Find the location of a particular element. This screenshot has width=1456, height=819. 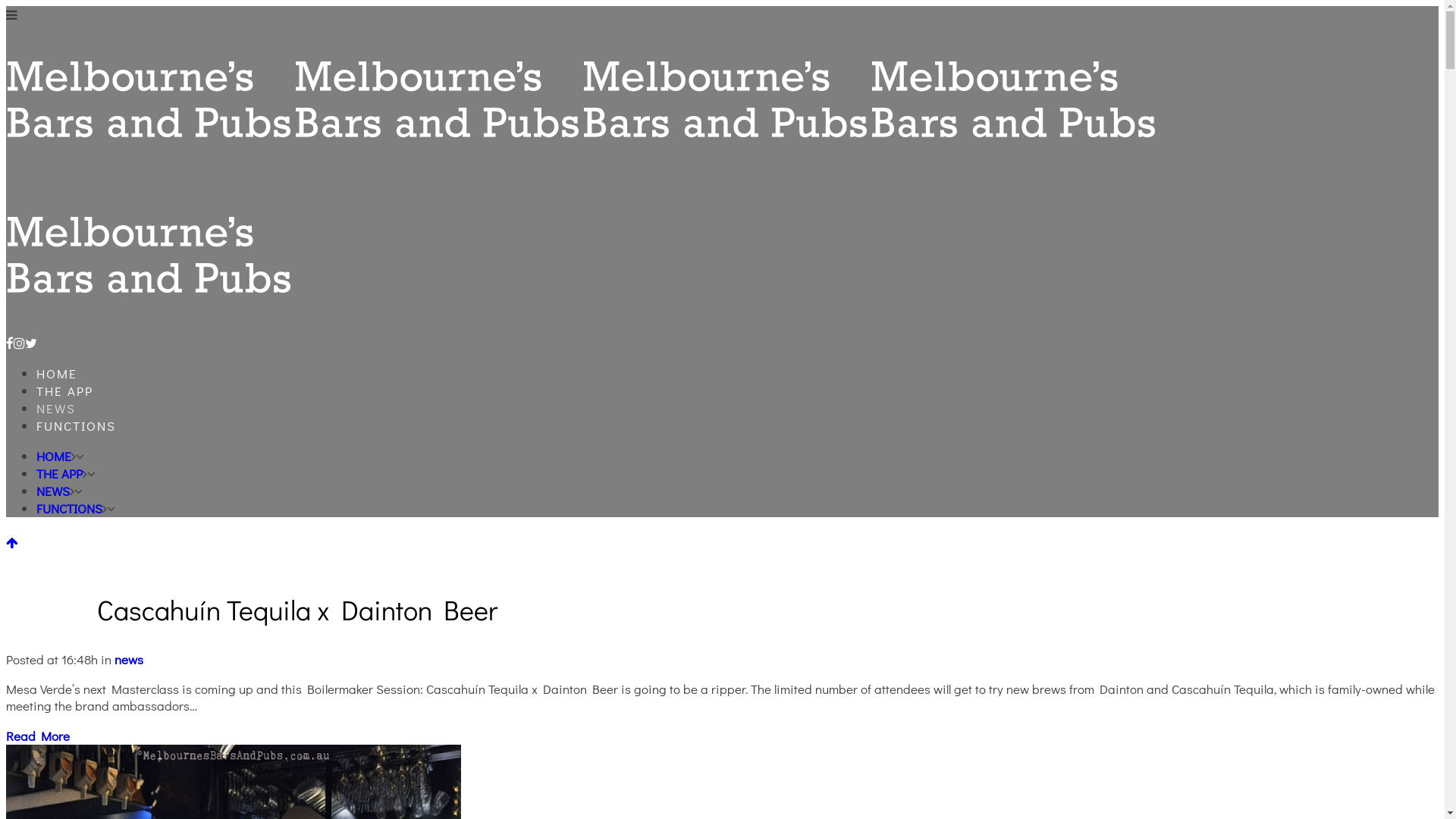

'THE APP' is located at coordinates (64, 390).